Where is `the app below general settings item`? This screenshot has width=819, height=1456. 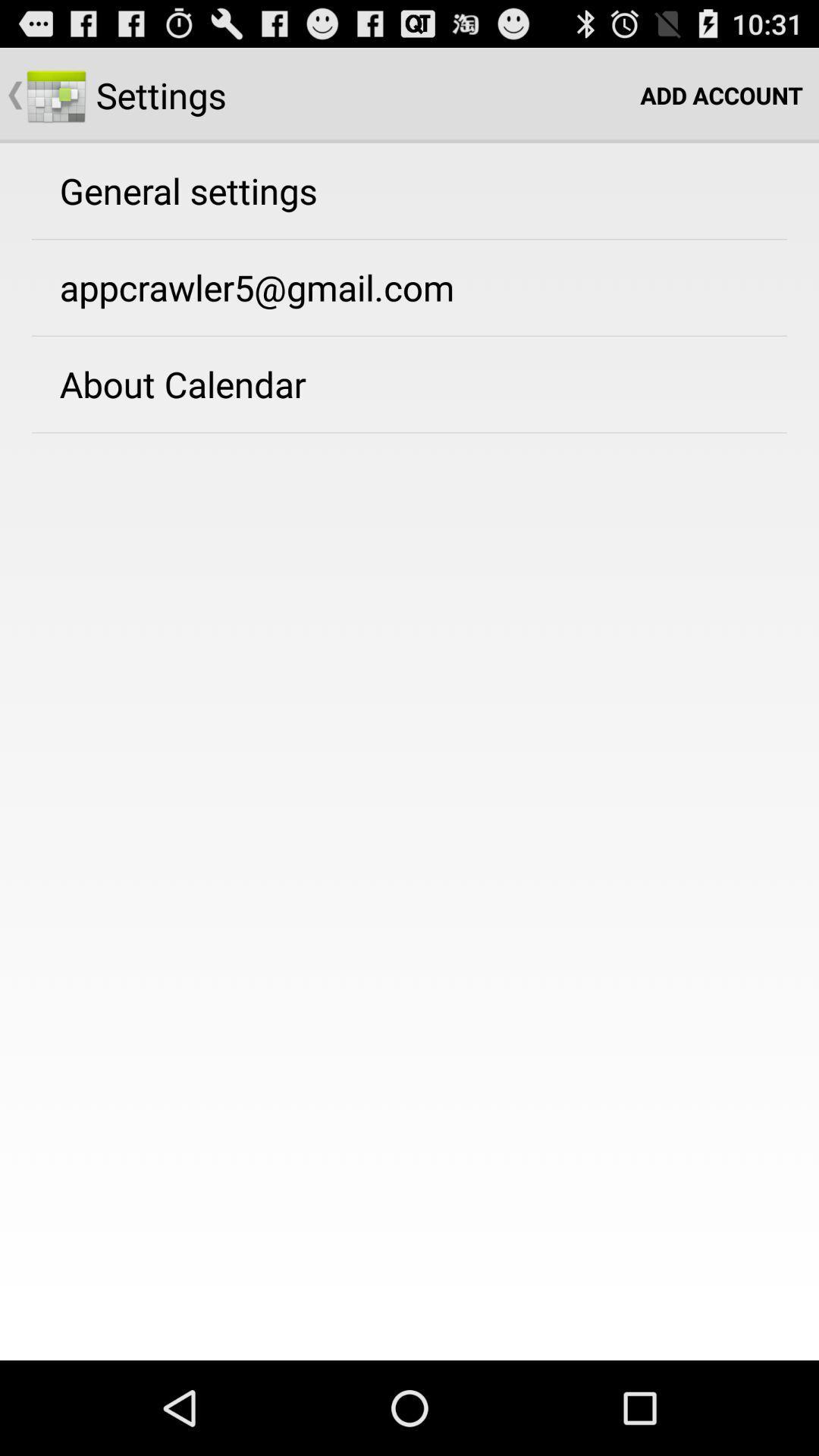 the app below general settings item is located at coordinates (256, 287).